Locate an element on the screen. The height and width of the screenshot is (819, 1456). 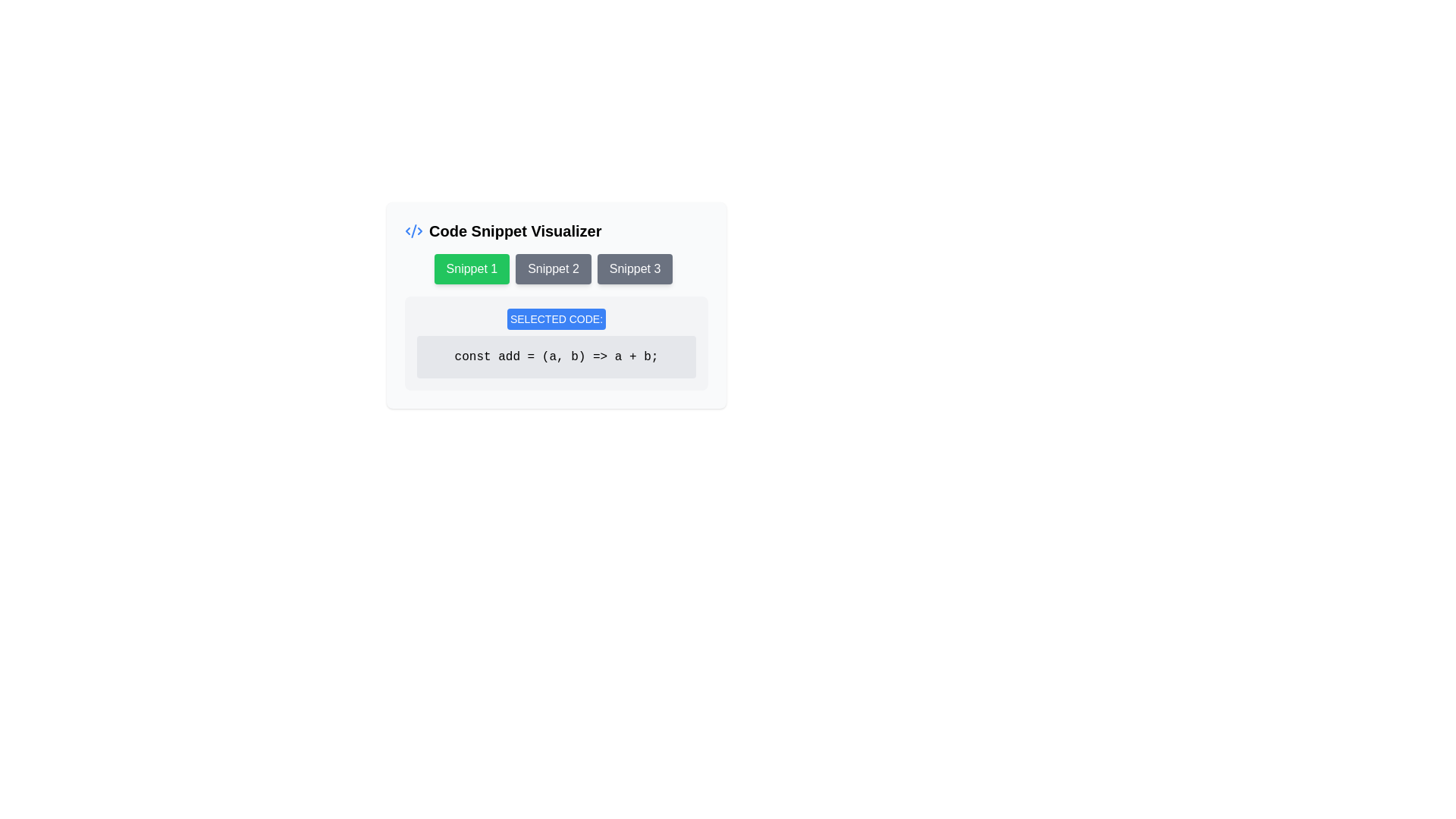
the header element which contains an icon and text, indicating its role as a code snippet visualizer is located at coordinates (556, 231).